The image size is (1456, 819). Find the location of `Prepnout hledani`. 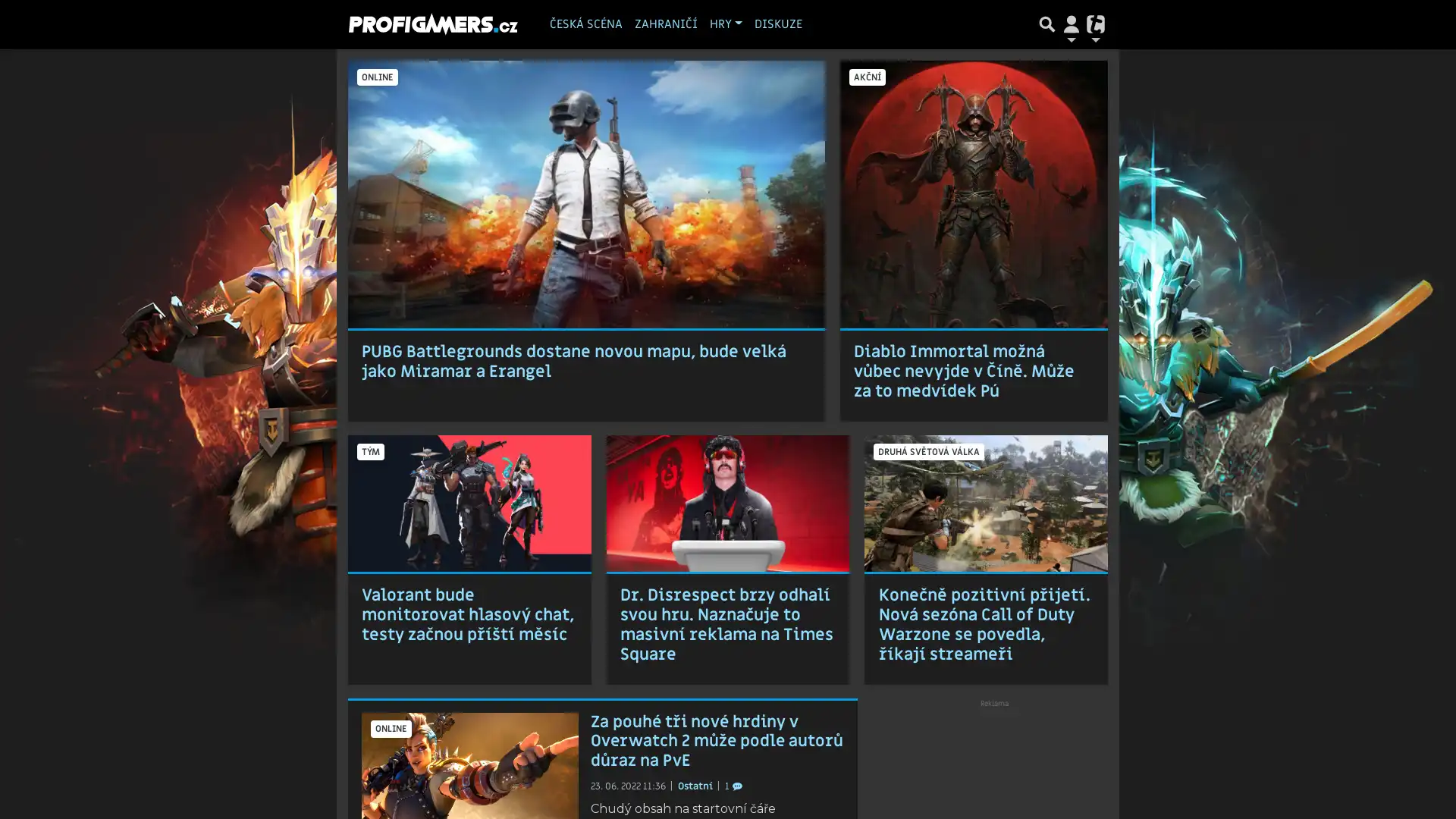

Prepnout hledani is located at coordinates (1046, 24).